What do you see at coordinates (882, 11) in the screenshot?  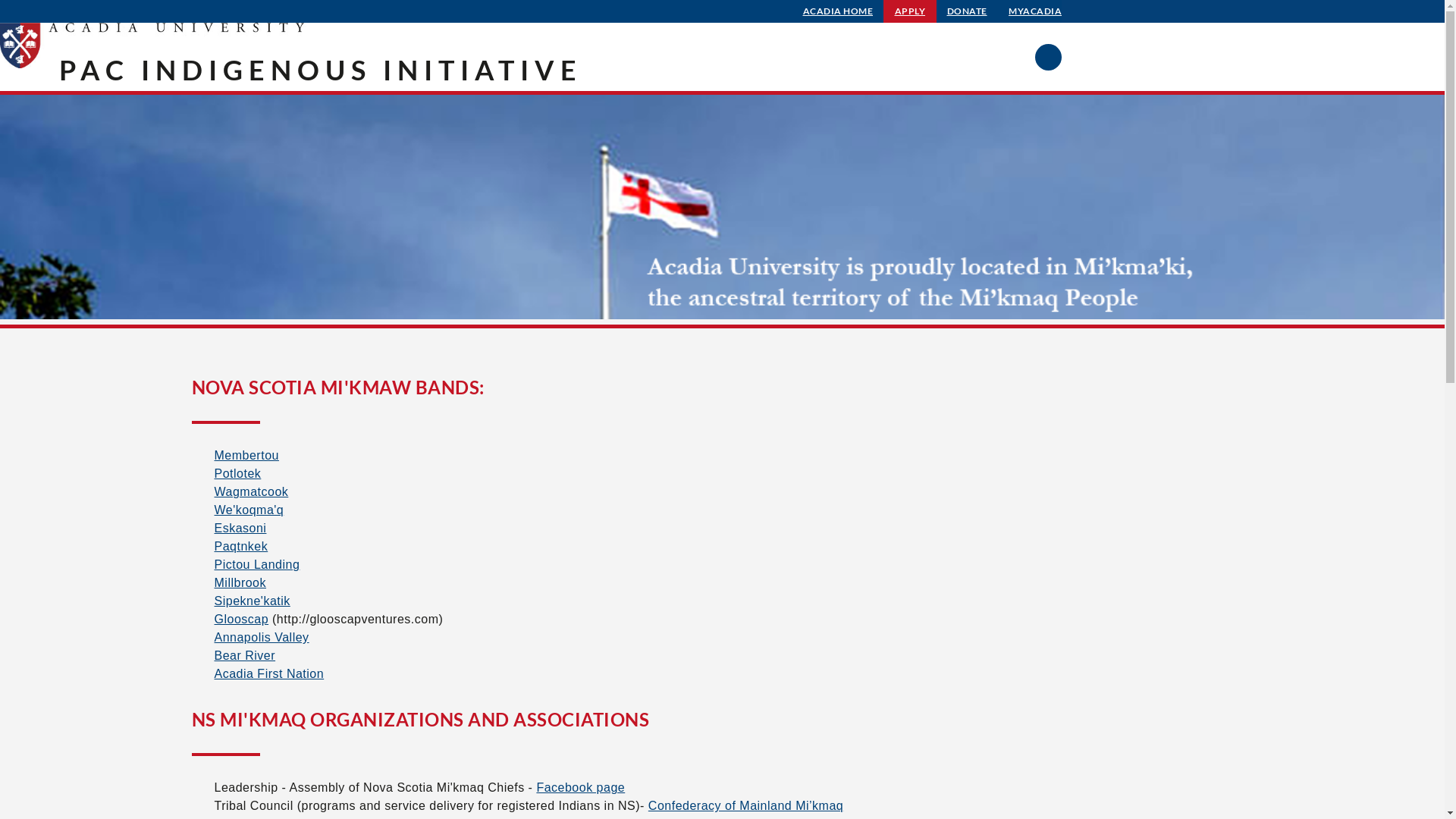 I see `'APPLY'` at bounding box center [882, 11].